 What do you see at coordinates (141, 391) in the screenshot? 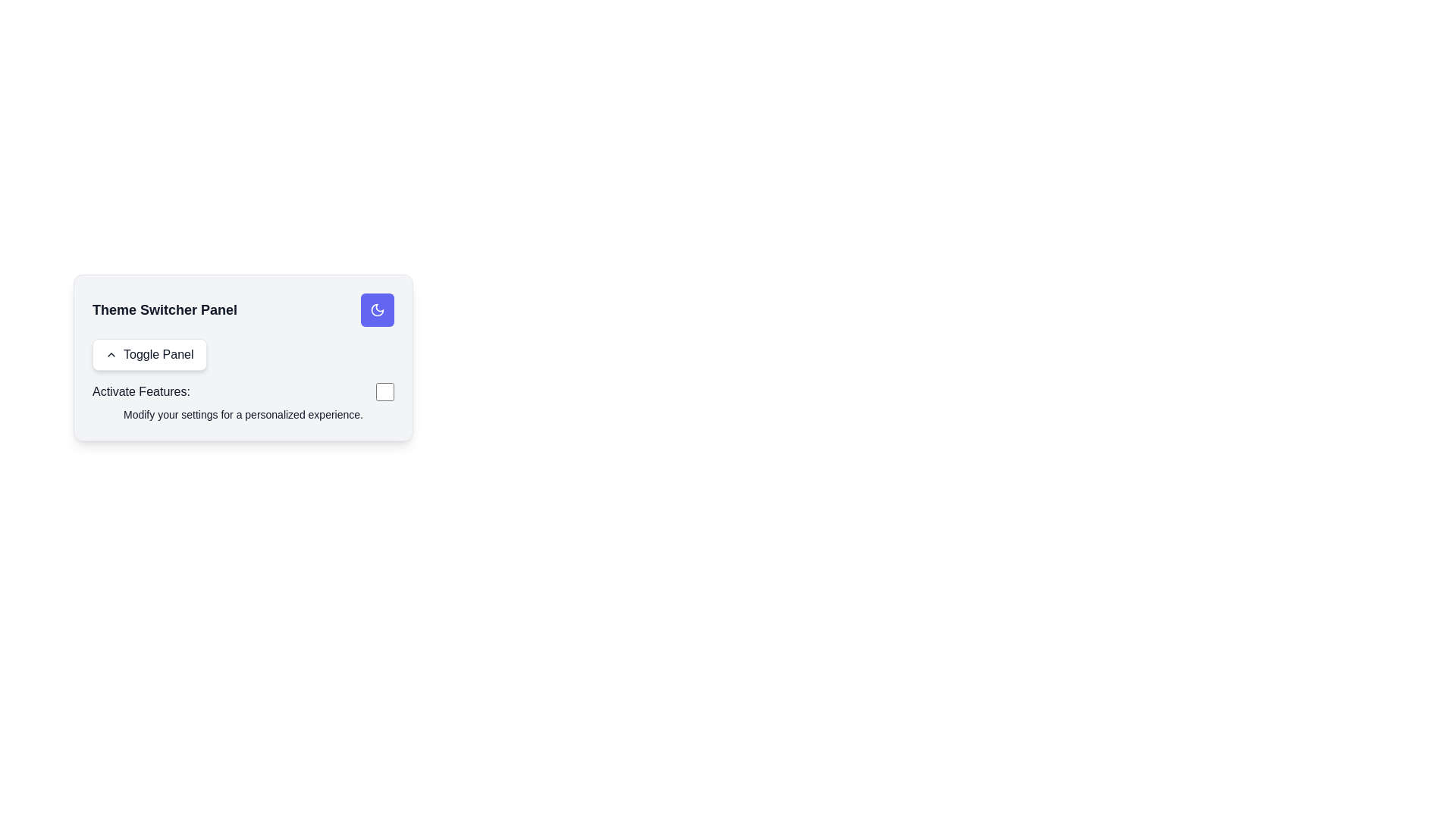
I see `the static text label 'Activate Features:' which is styled in bold and positioned next to a checkbox in the 'Theme Switcher Panel'` at bounding box center [141, 391].